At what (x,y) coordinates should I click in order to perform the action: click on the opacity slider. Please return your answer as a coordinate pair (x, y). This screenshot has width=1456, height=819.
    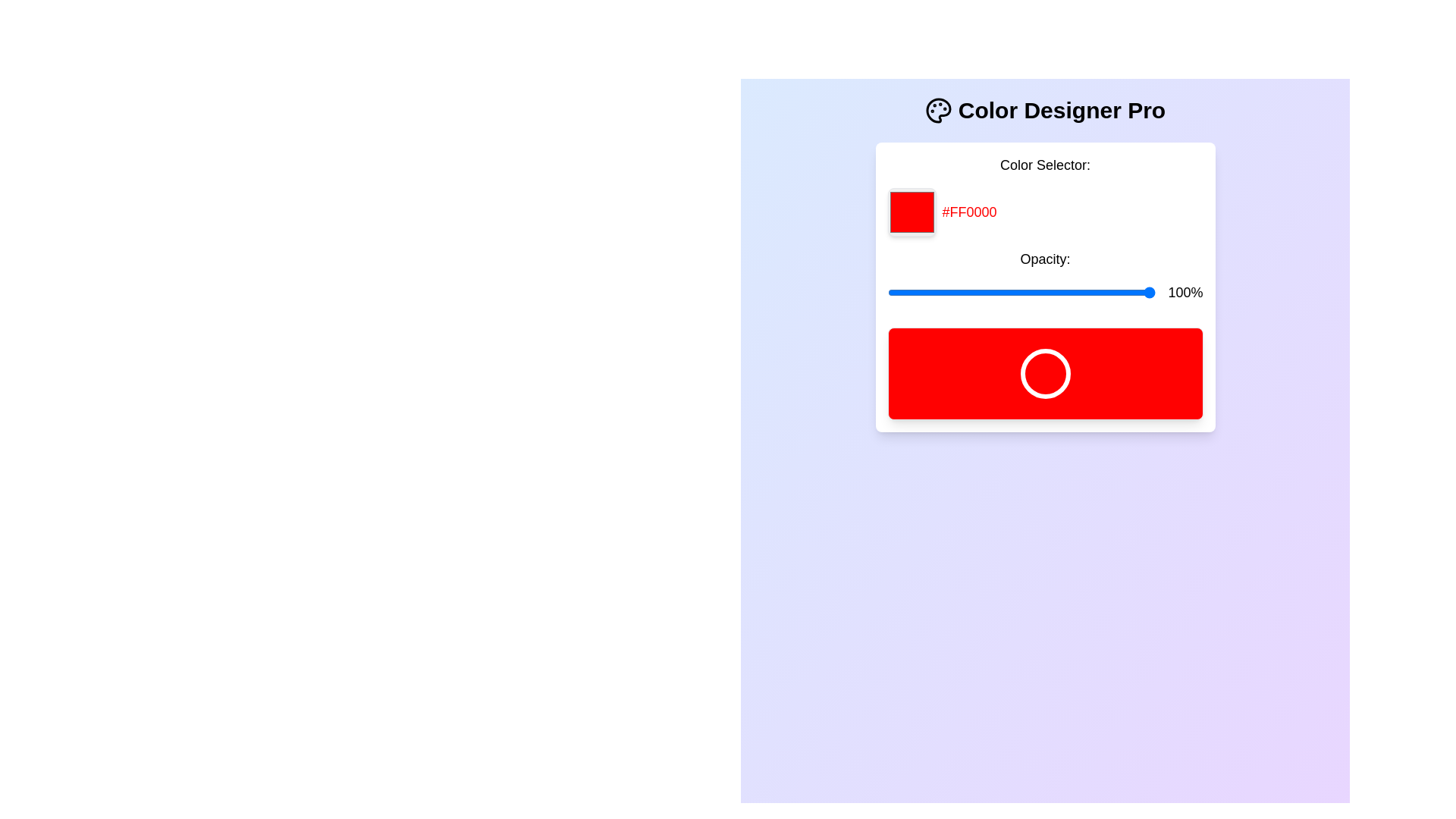
    Looking at the image, I should click on (906, 292).